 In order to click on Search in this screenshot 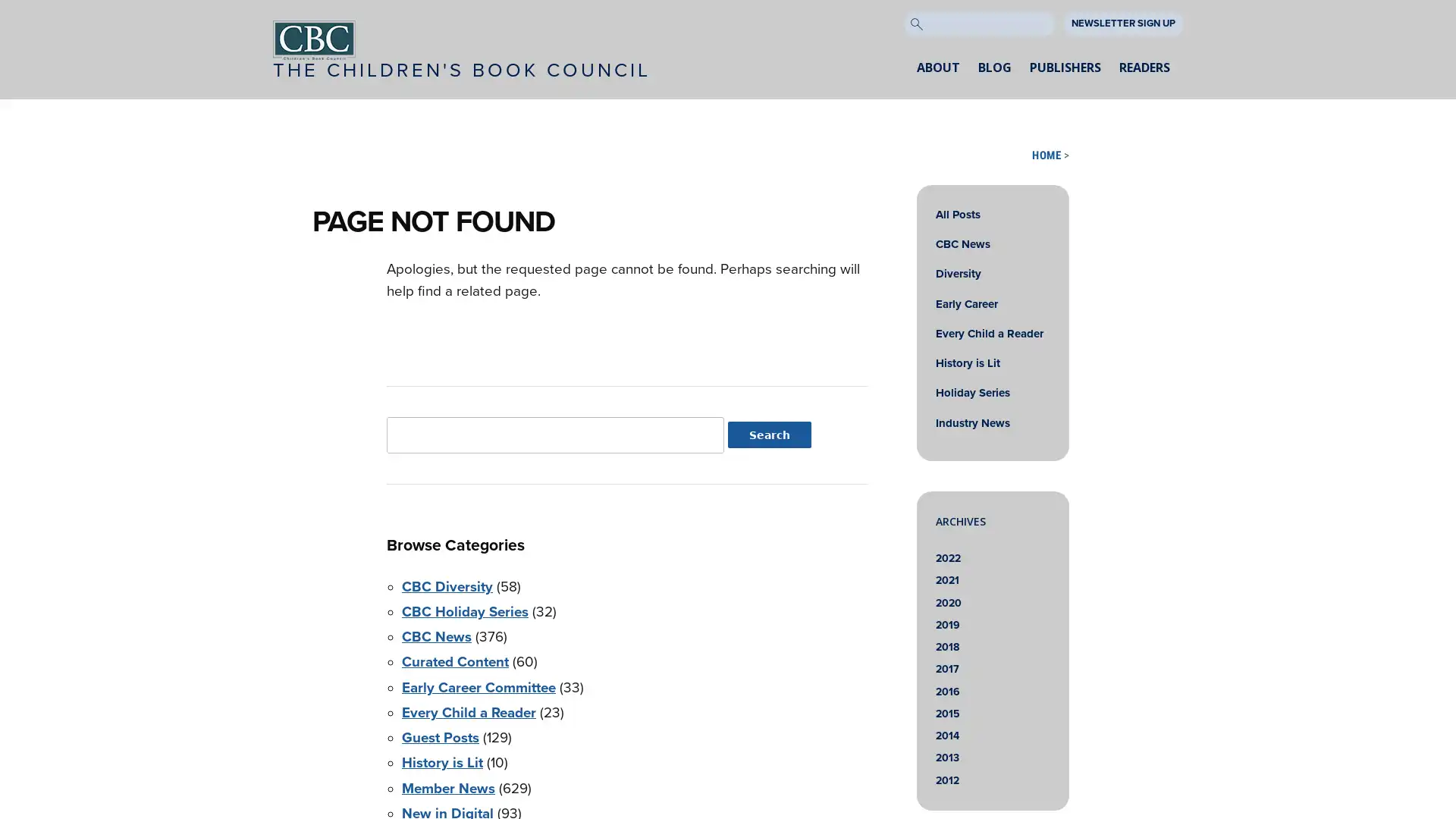, I will do `click(768, 435)`.